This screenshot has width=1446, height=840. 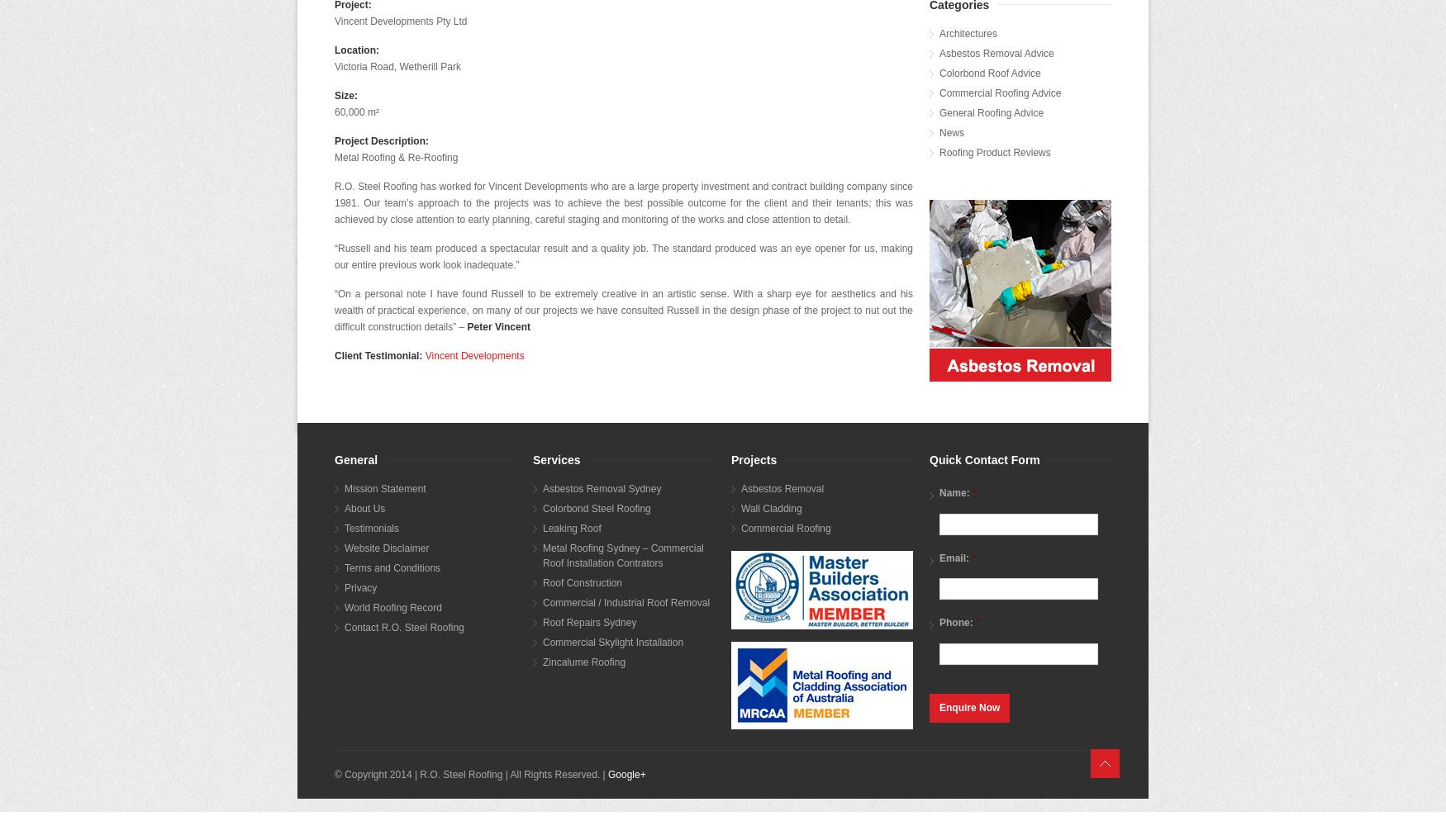 I want to click on 'About Us', so click(x=364, y=506).